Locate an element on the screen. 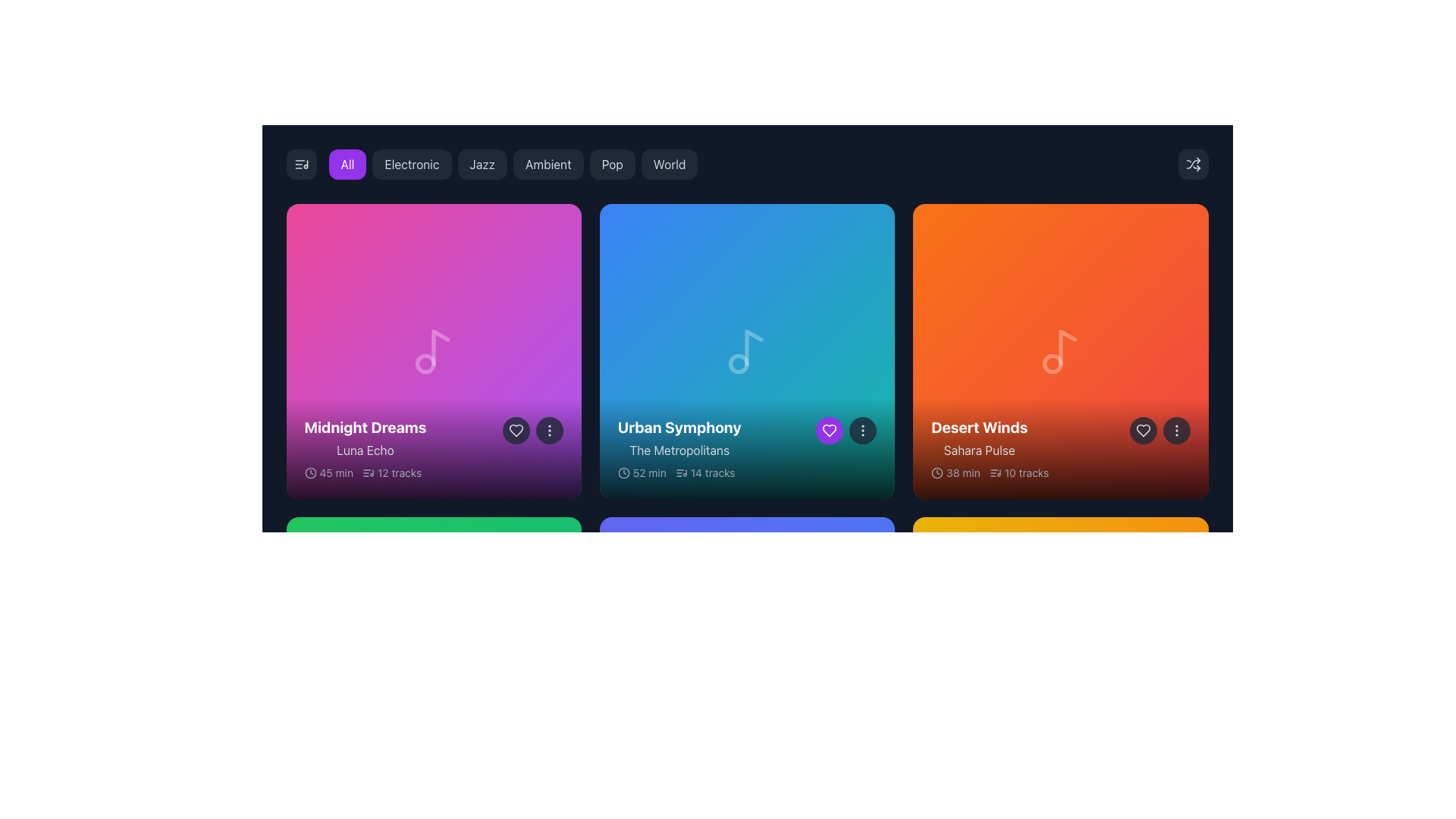  title text 'Midnight Dreams' which is styled with a bold, white, extra-large font and located at the center of the first card in the horizontally scrolling carousel is located at coordinates (365, 428).